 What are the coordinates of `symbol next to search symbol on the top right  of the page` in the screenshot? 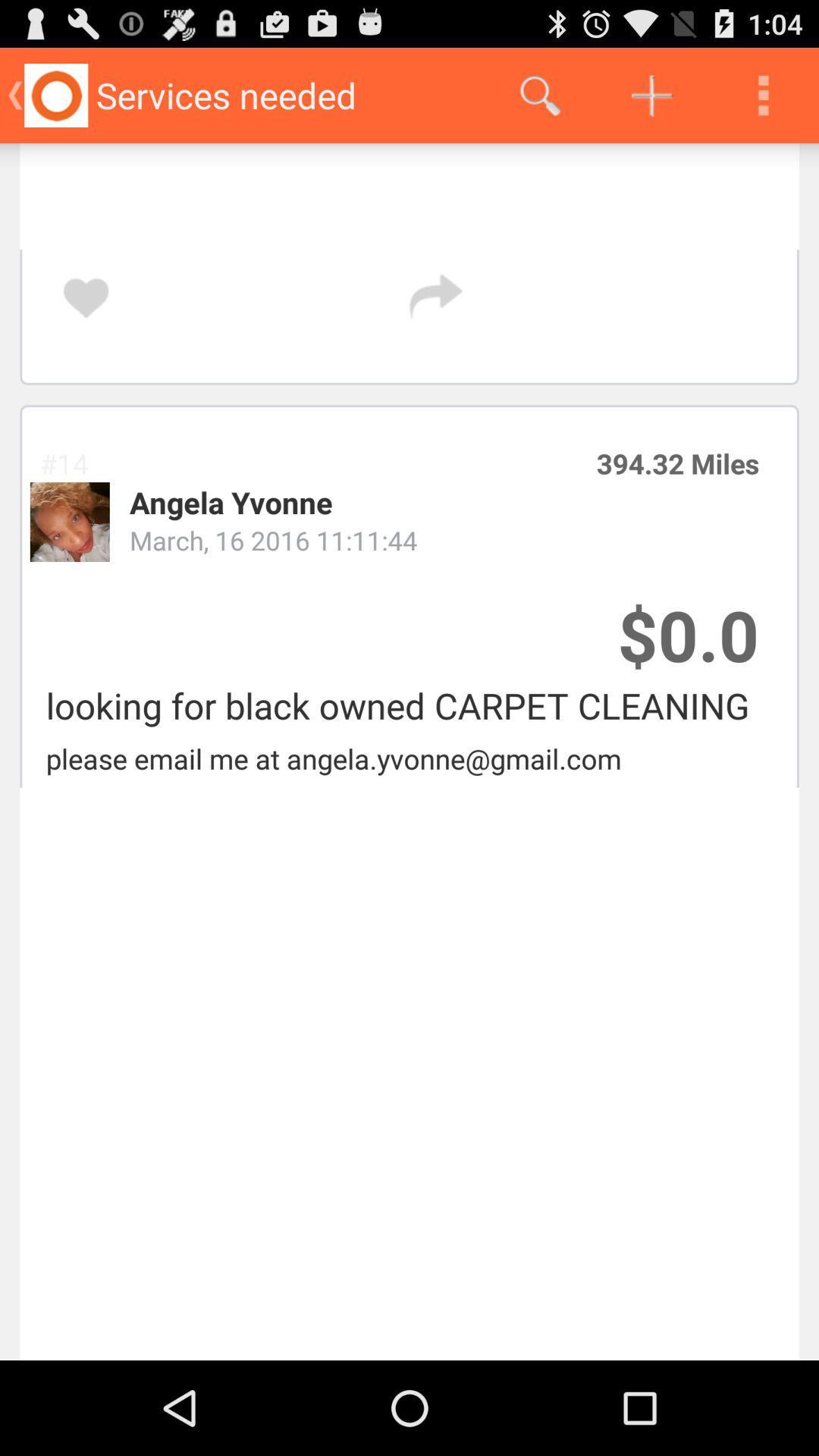 It's located at (651, 94).